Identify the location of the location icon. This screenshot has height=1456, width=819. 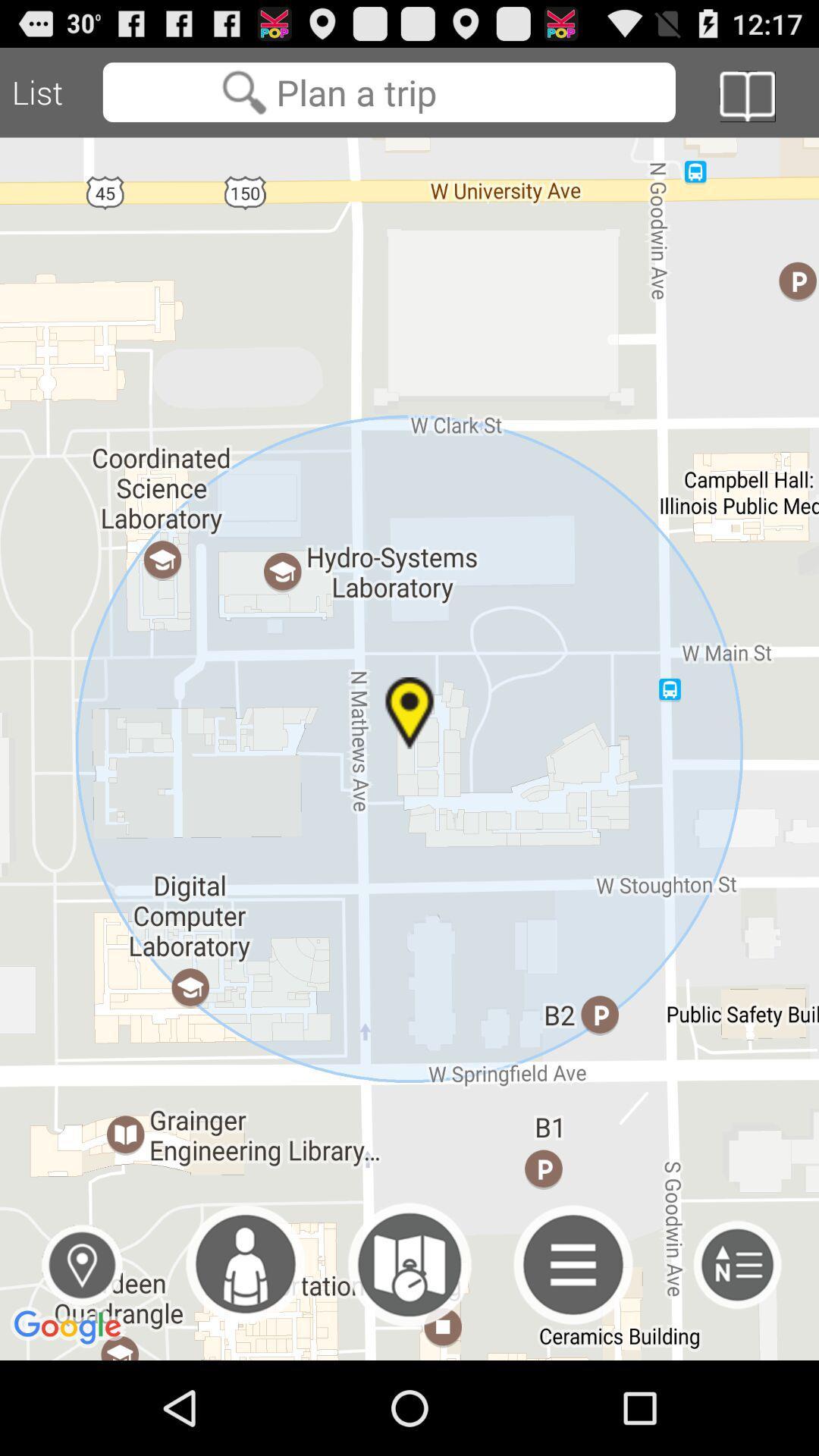
(82, 1354).